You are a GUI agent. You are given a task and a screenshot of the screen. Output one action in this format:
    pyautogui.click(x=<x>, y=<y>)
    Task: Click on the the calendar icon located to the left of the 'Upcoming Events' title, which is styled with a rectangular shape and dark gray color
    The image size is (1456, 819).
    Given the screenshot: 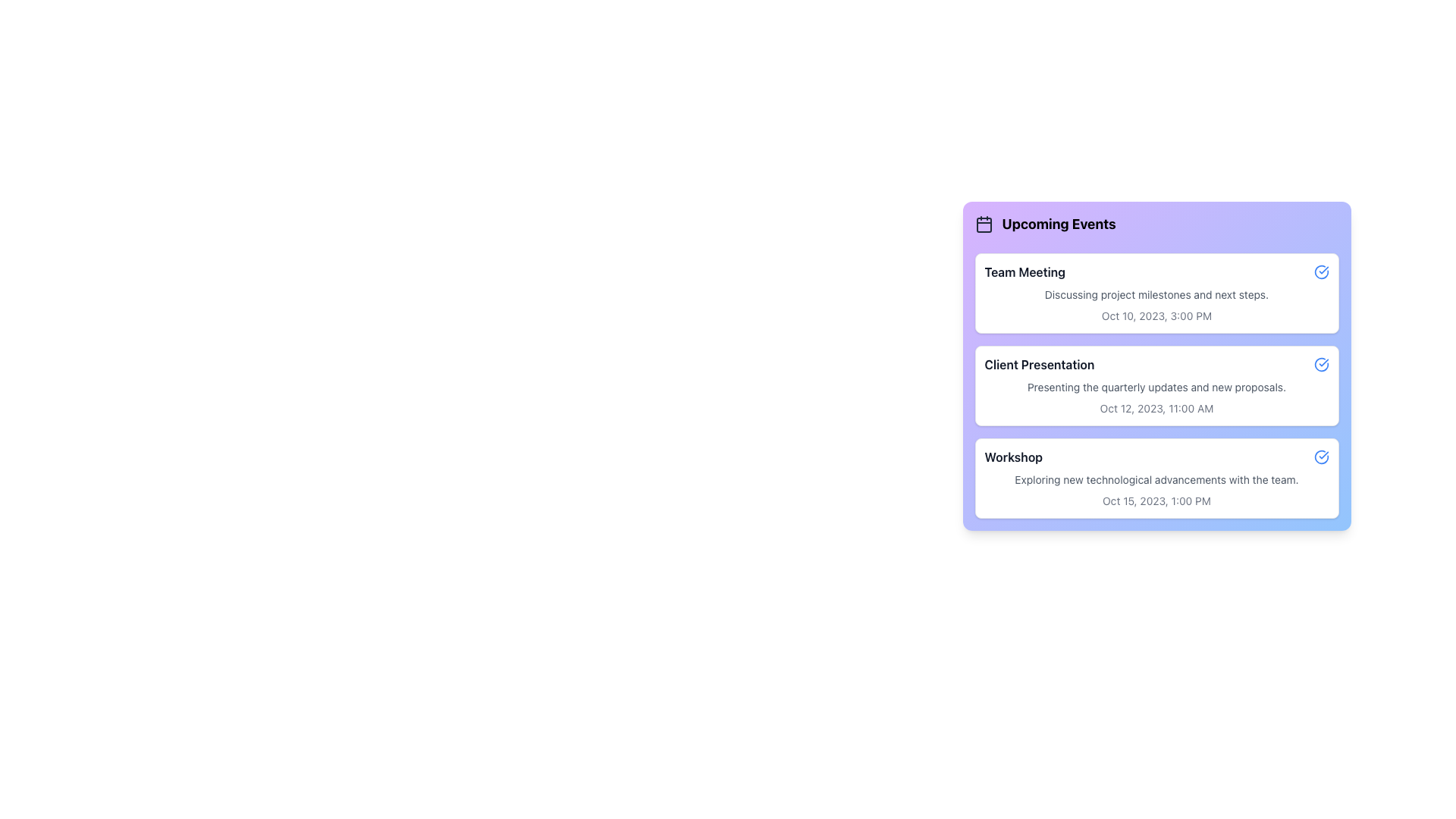 What is the action you would take?
    pyautogui.click(x=984, y=224)
    